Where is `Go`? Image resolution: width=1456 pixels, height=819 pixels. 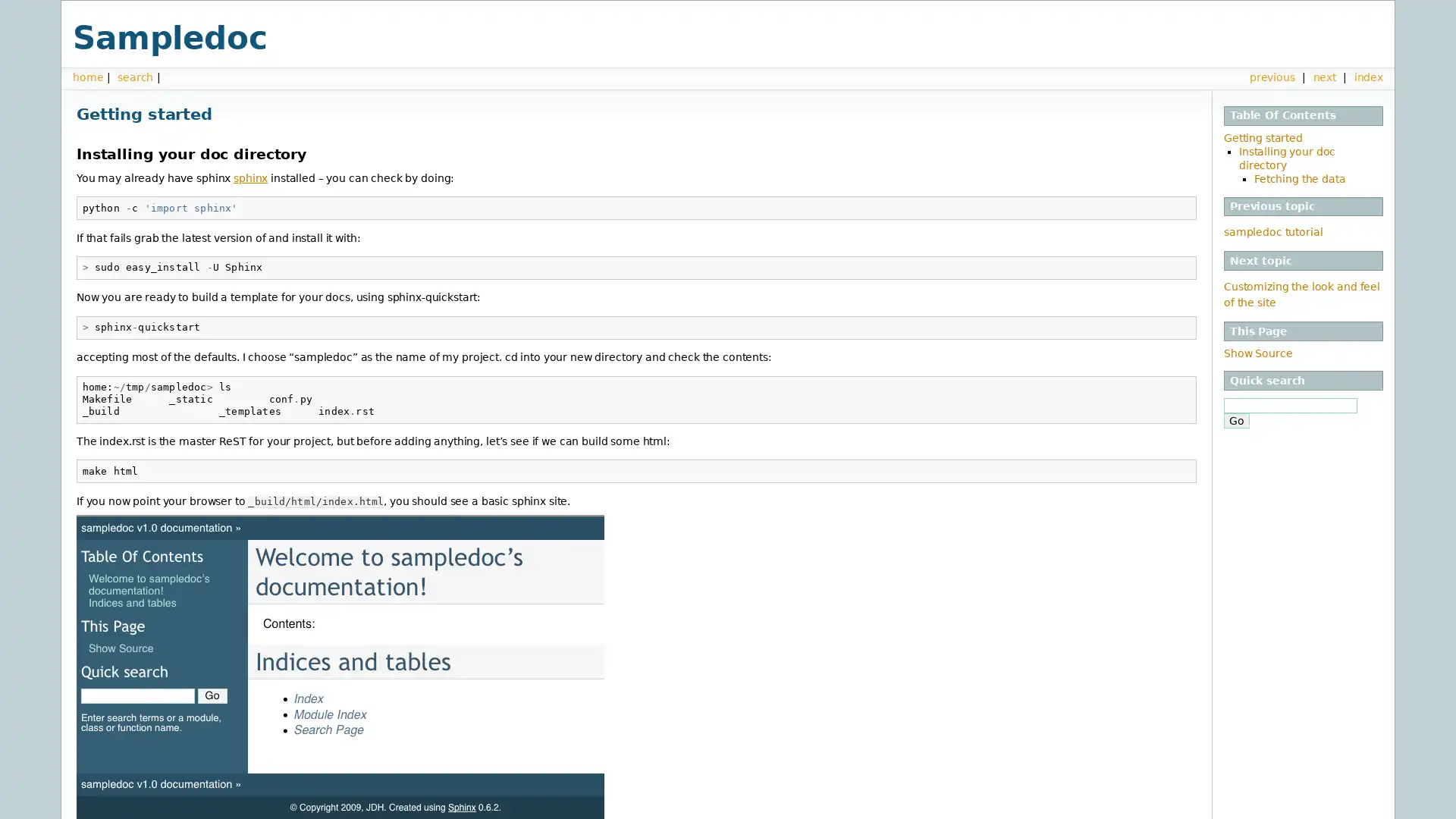
Go is located at coordinates (1237, 421).